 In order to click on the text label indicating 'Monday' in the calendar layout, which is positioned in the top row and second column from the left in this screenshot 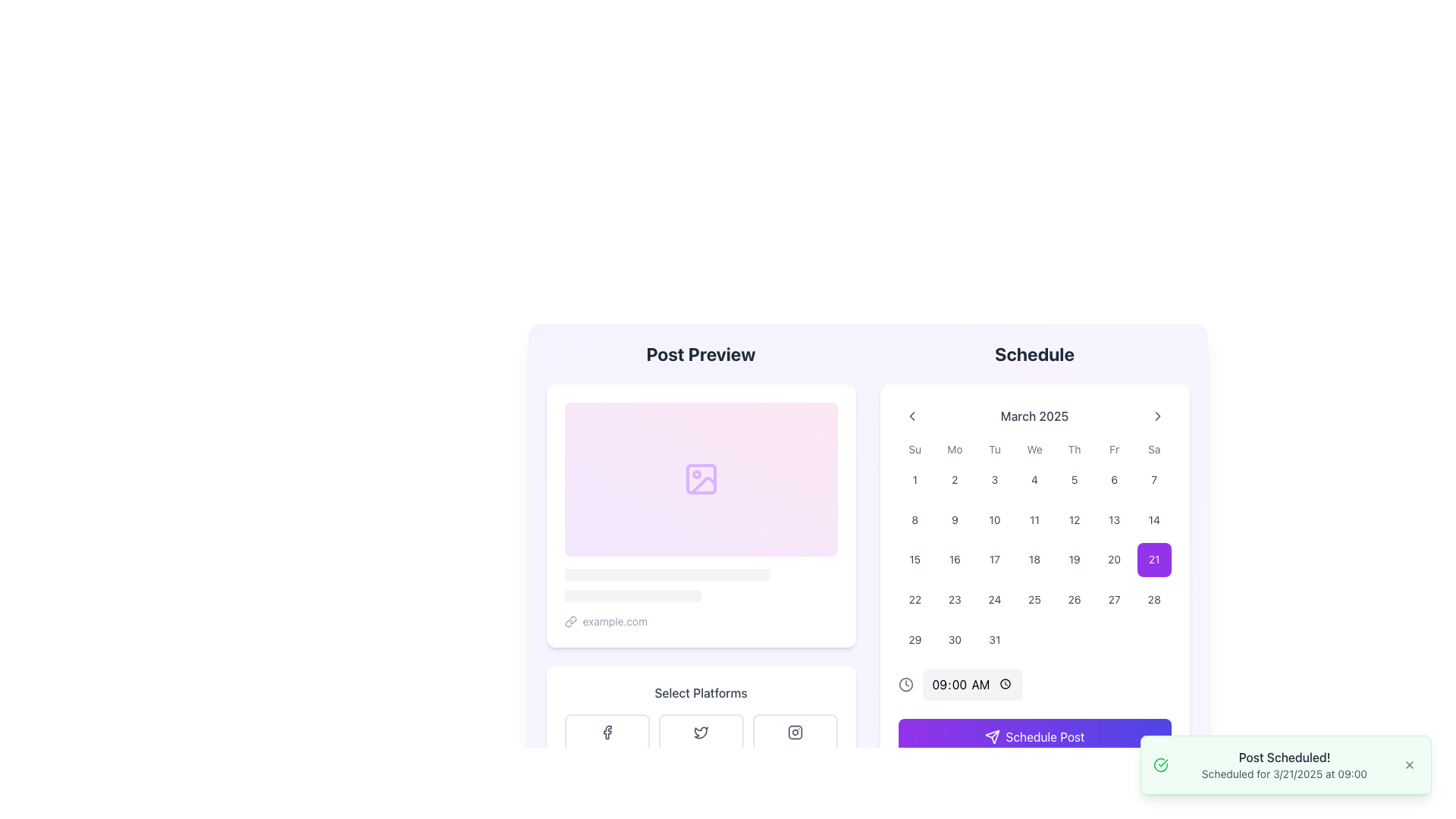, I will do `click(954, 449)`.